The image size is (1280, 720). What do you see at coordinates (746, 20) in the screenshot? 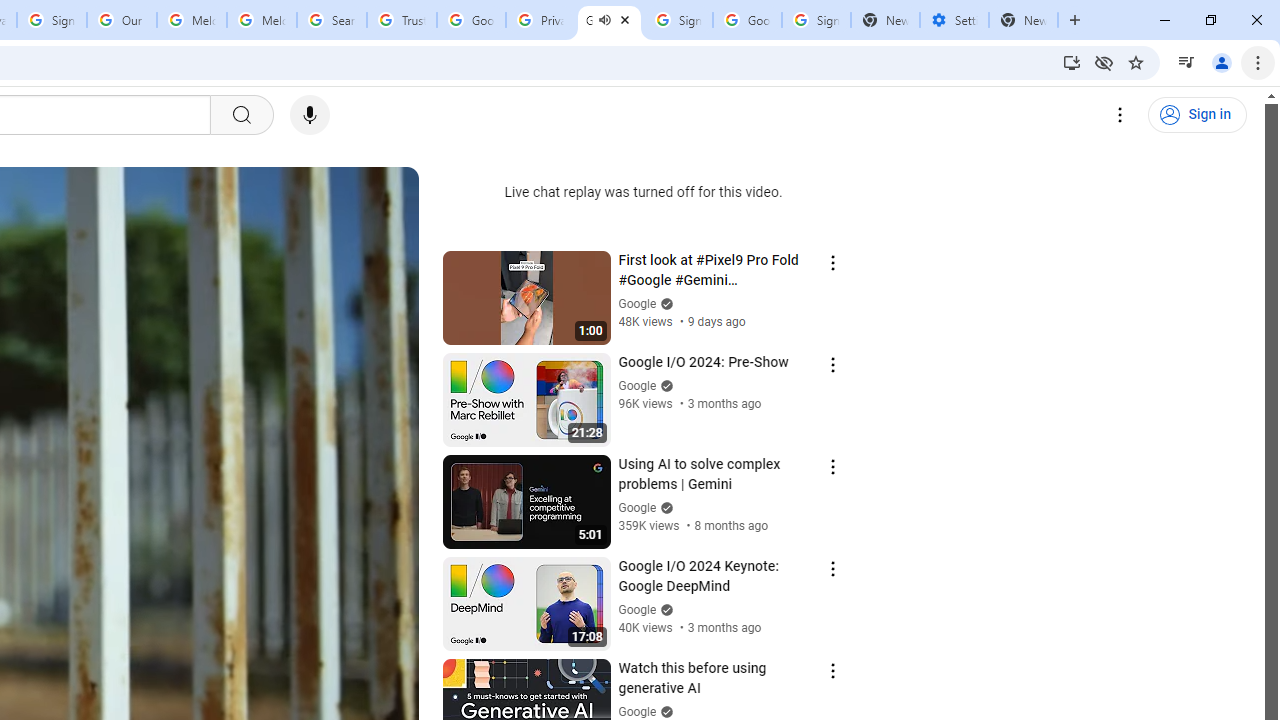
I see `'Google Cybersecurity Innovations - Google Safety Center'` at bounding box center [746, 20].